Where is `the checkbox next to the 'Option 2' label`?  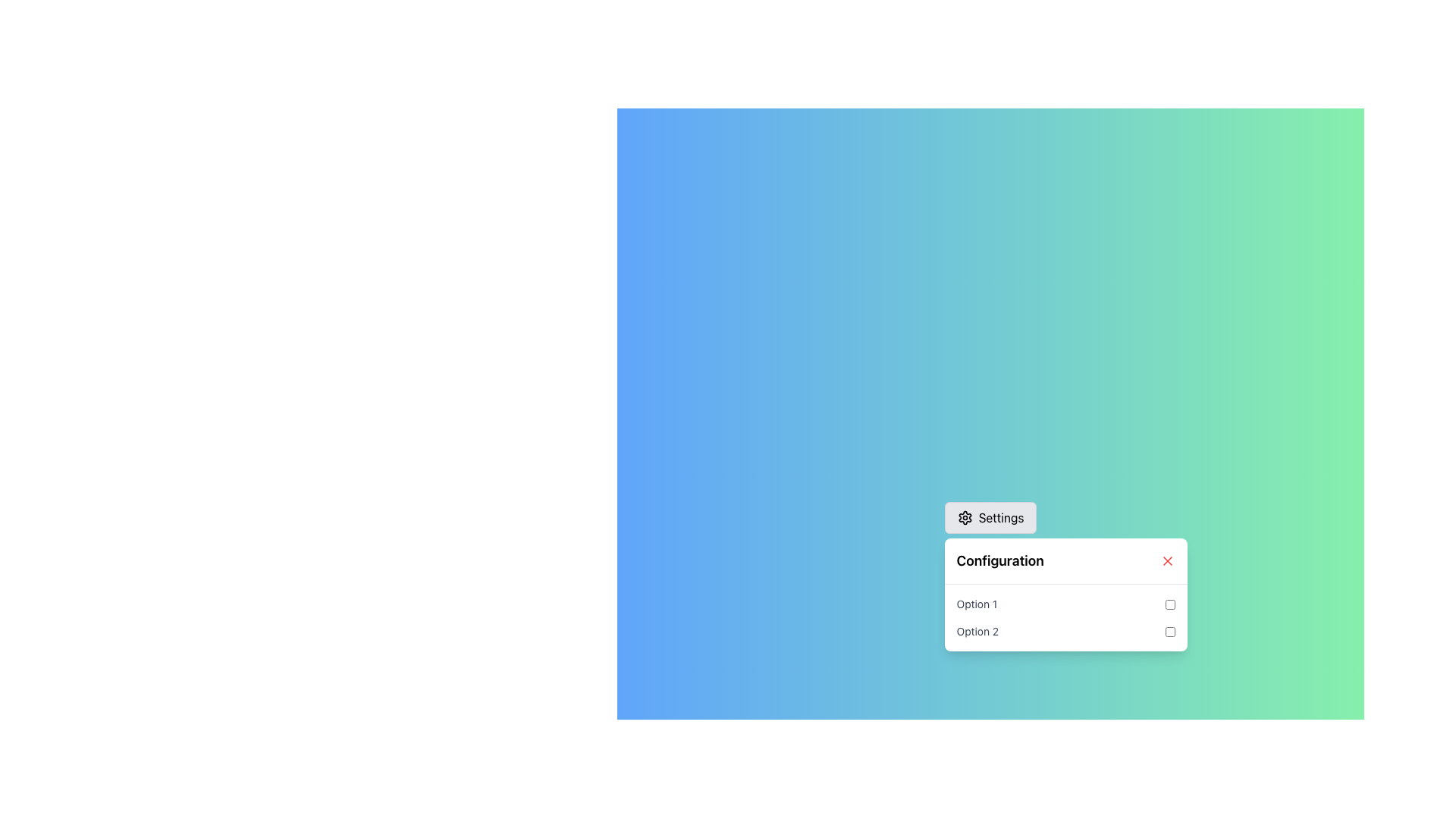
the checkbox next to the 'Option 2' label is located at coordinates (1169, 632).